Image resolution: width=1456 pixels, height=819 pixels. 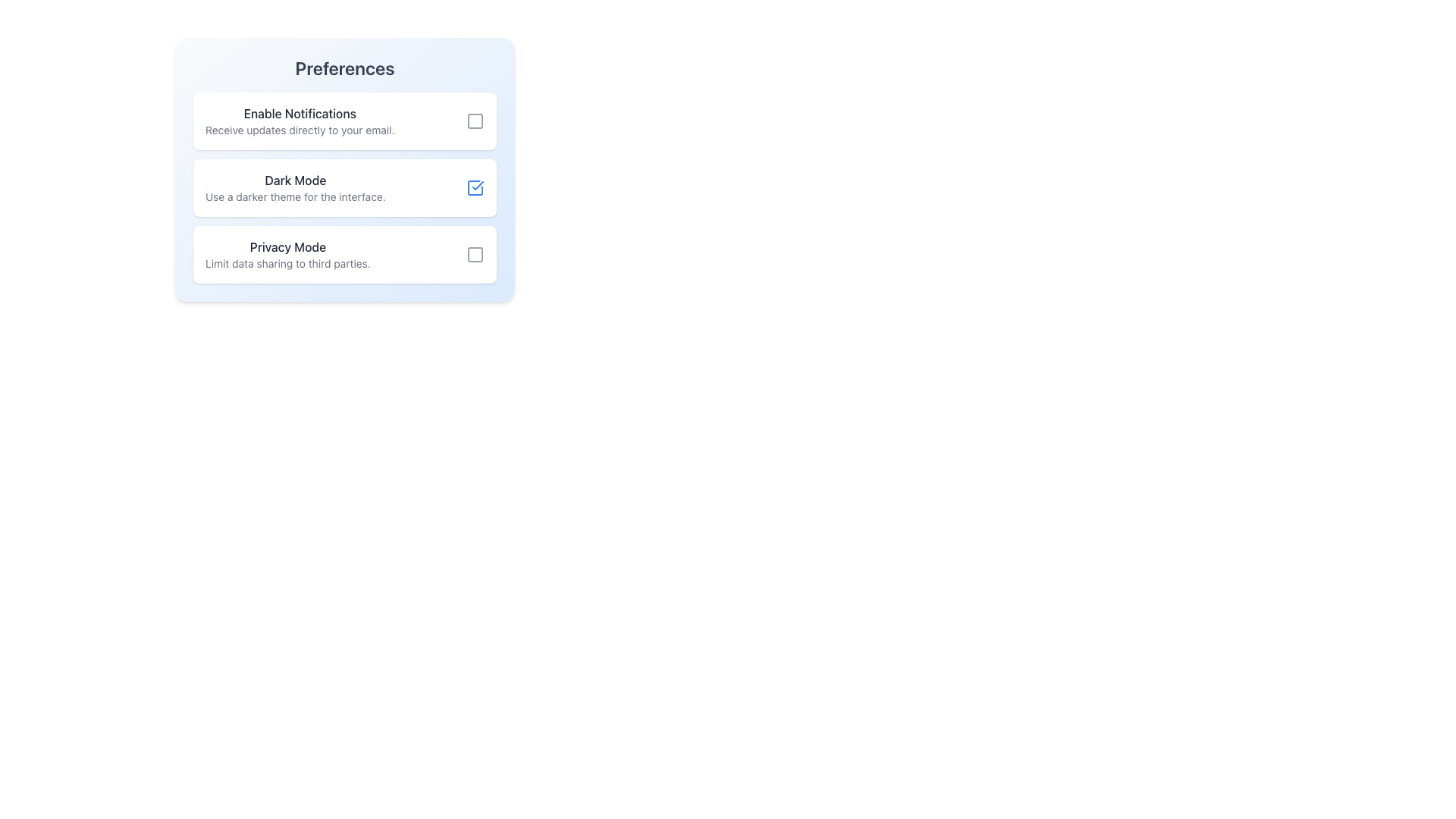 I want to click on the 'Dark Mode' checkbox, so click(x=475, y=187).